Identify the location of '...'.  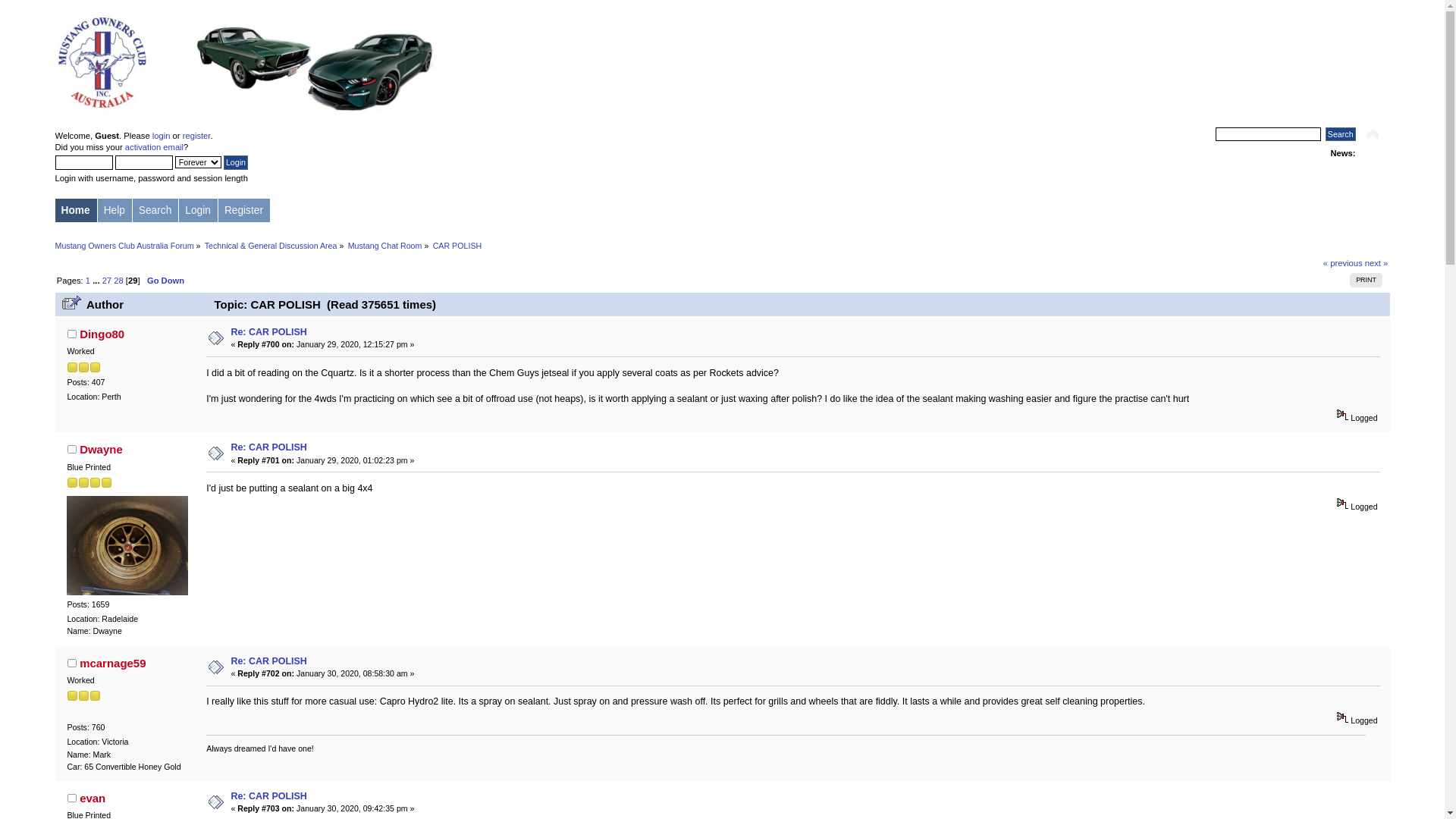
(91, 281).